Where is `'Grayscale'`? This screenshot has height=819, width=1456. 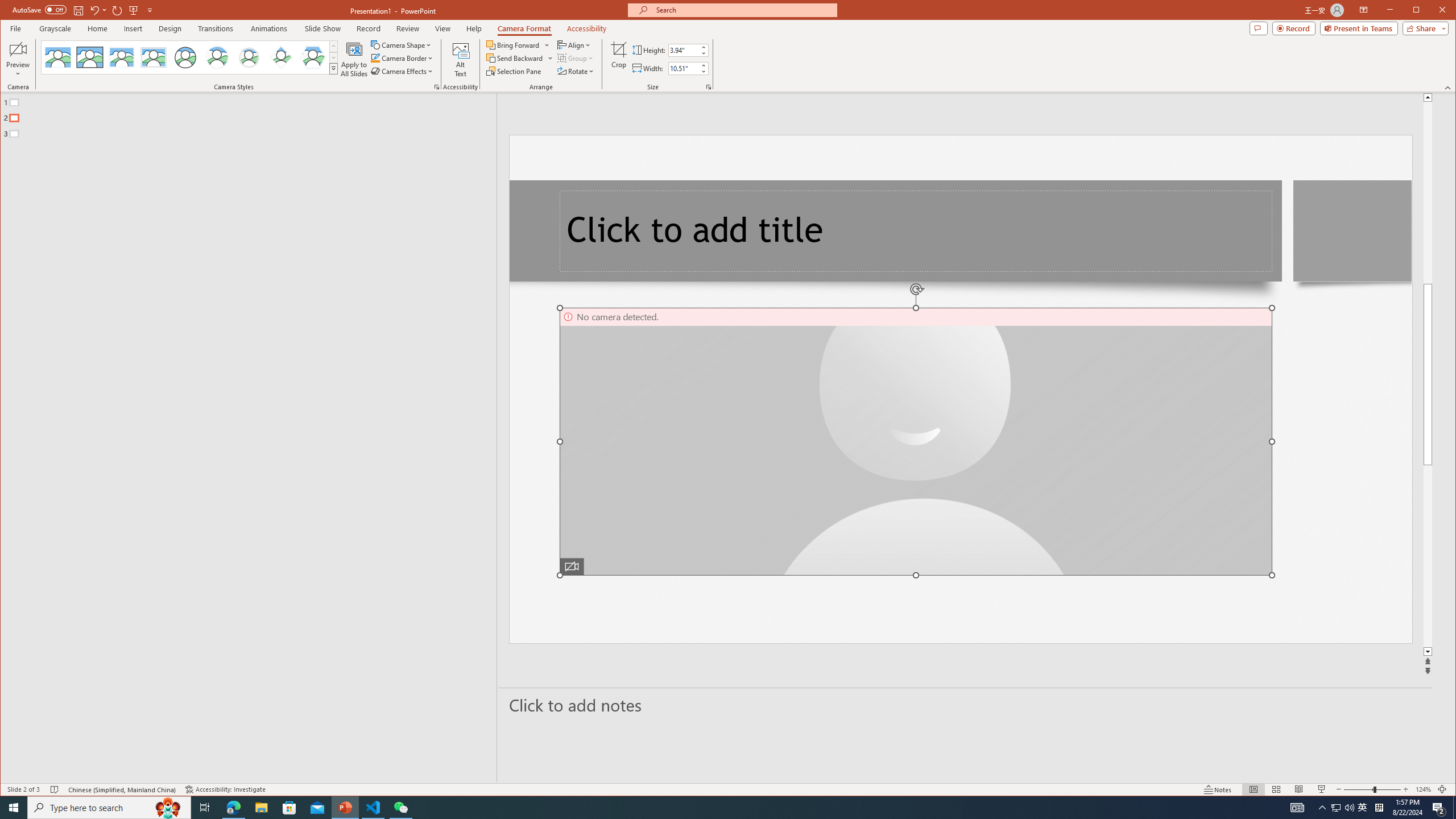
'Grayscale' is located at coordinates (55, 28).